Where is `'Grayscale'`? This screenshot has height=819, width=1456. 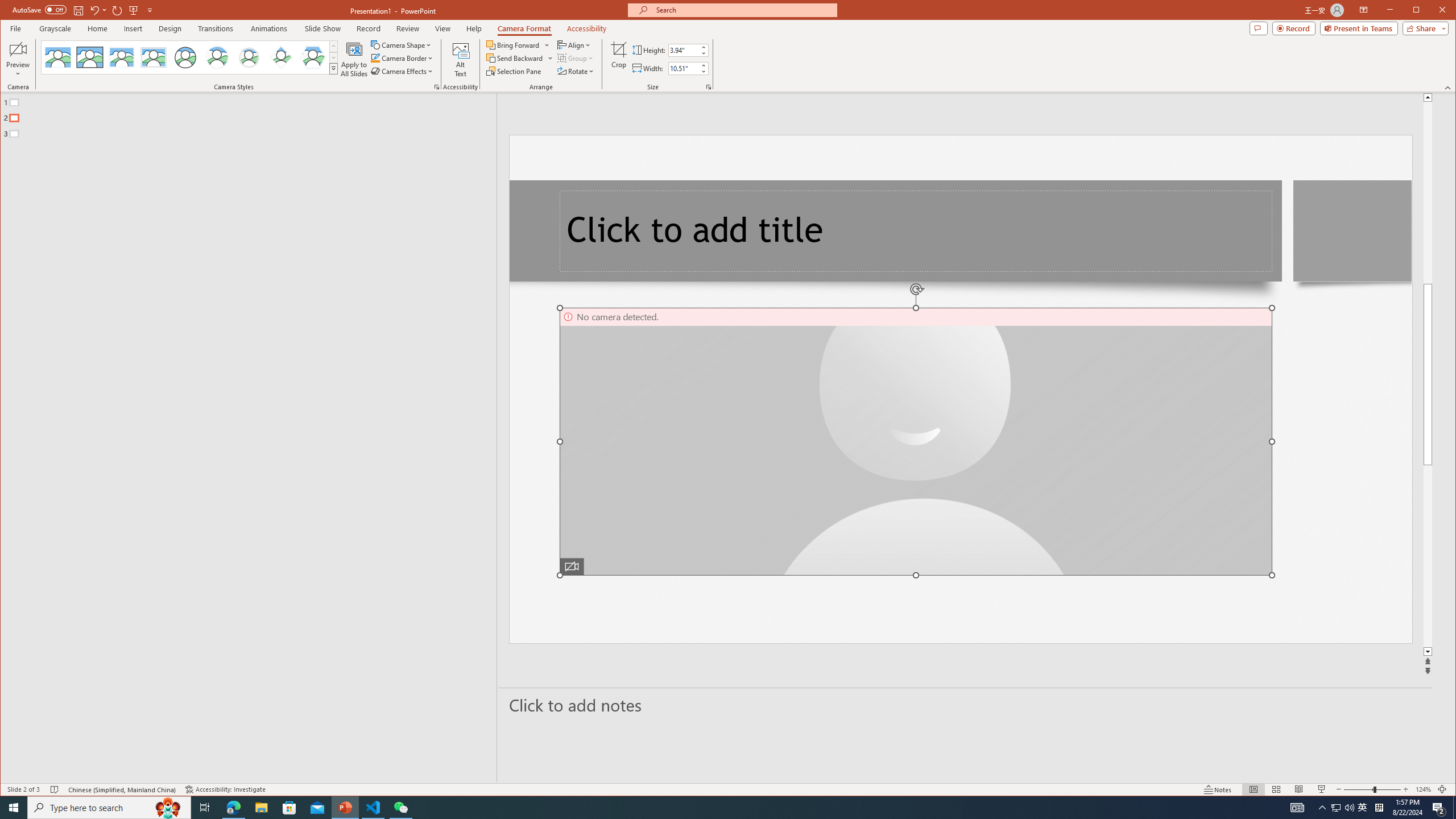
'Grayscale' is located at coordinates (55, 28).